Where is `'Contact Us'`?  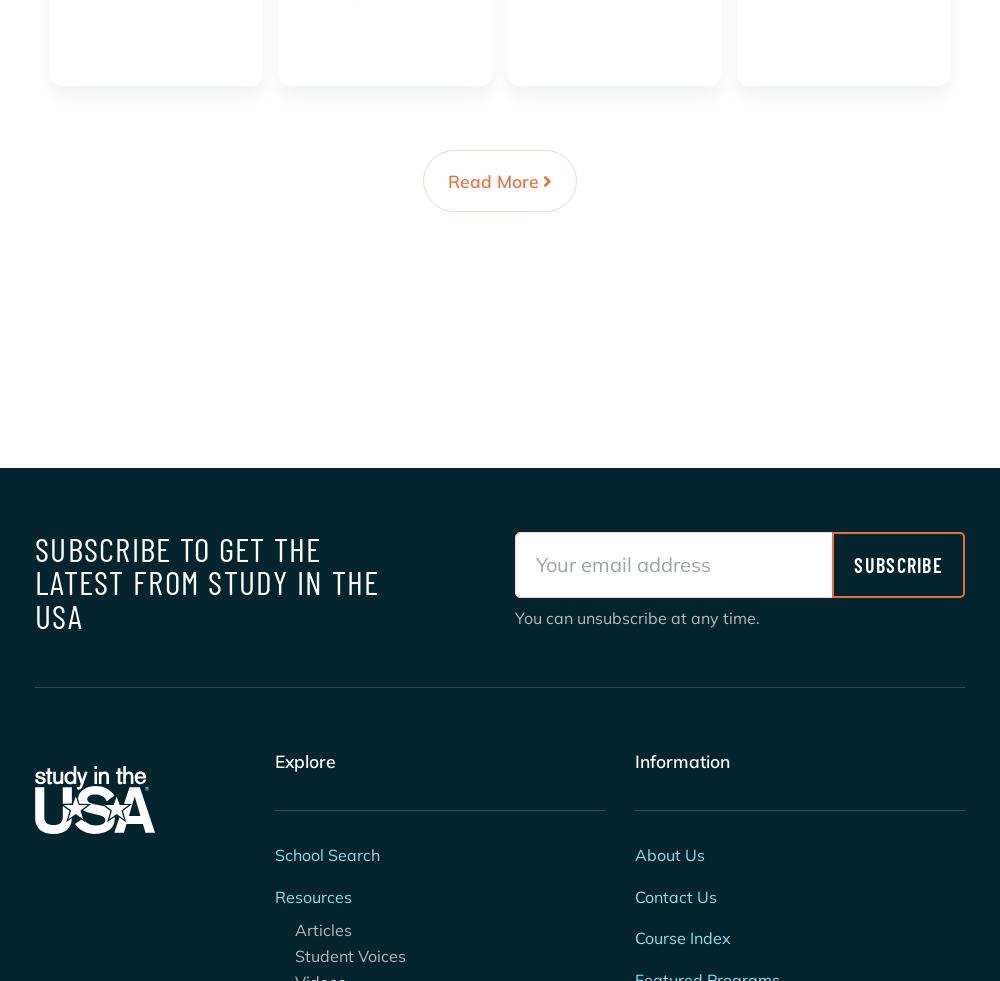
'Contact Us' is located at coordinates (676, 896).